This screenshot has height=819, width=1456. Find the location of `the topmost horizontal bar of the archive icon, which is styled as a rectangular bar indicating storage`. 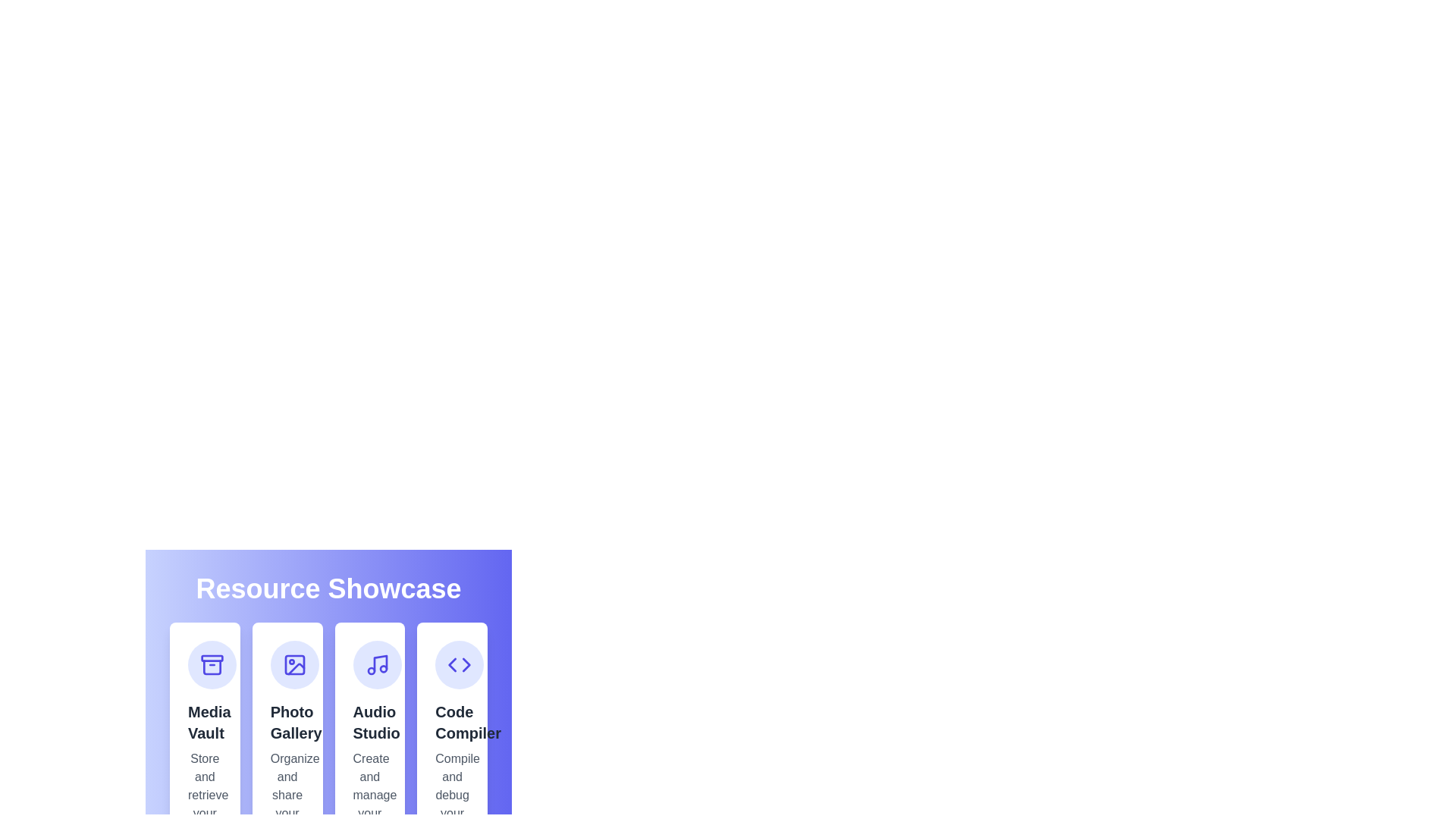

the topmost horizontal bar of the archive icon, which is styled as a rectangular bar indicating storage is located at coordinates (211, 657).